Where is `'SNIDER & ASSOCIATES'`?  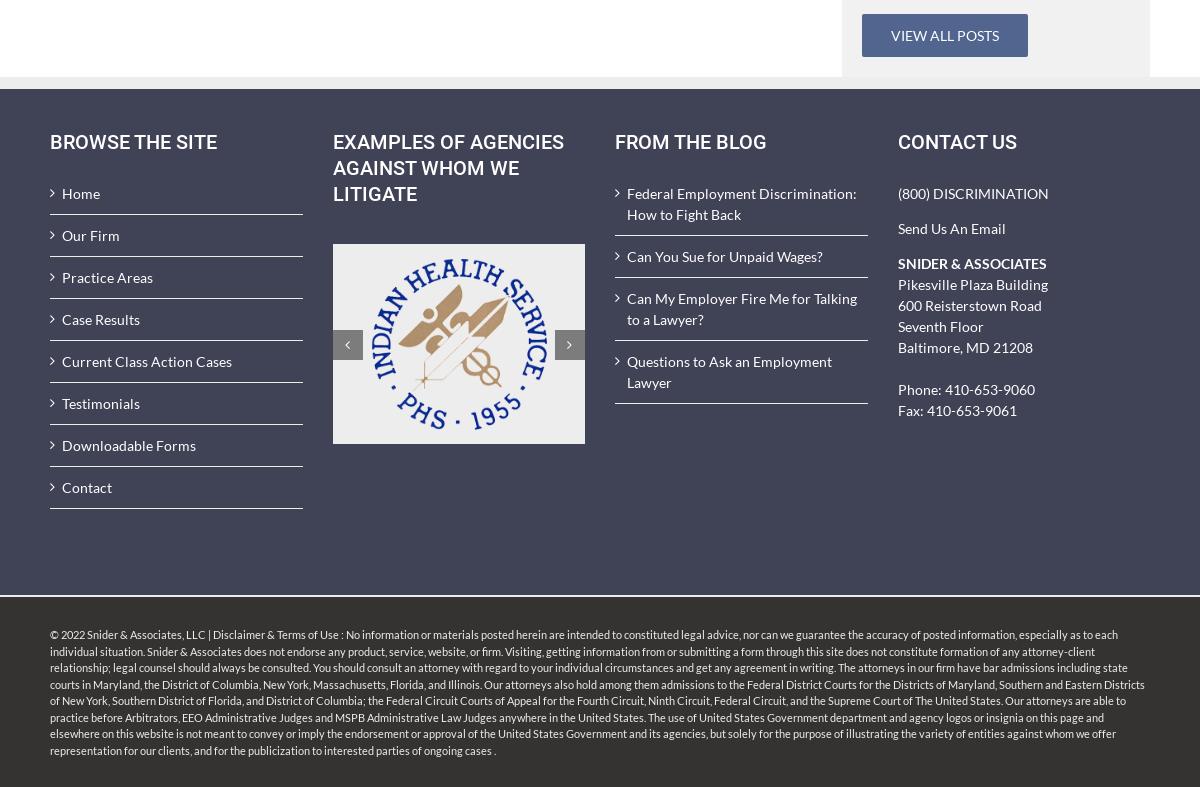
'SNIDER & ASSOCIATES' is located at coordinates (971, 262).